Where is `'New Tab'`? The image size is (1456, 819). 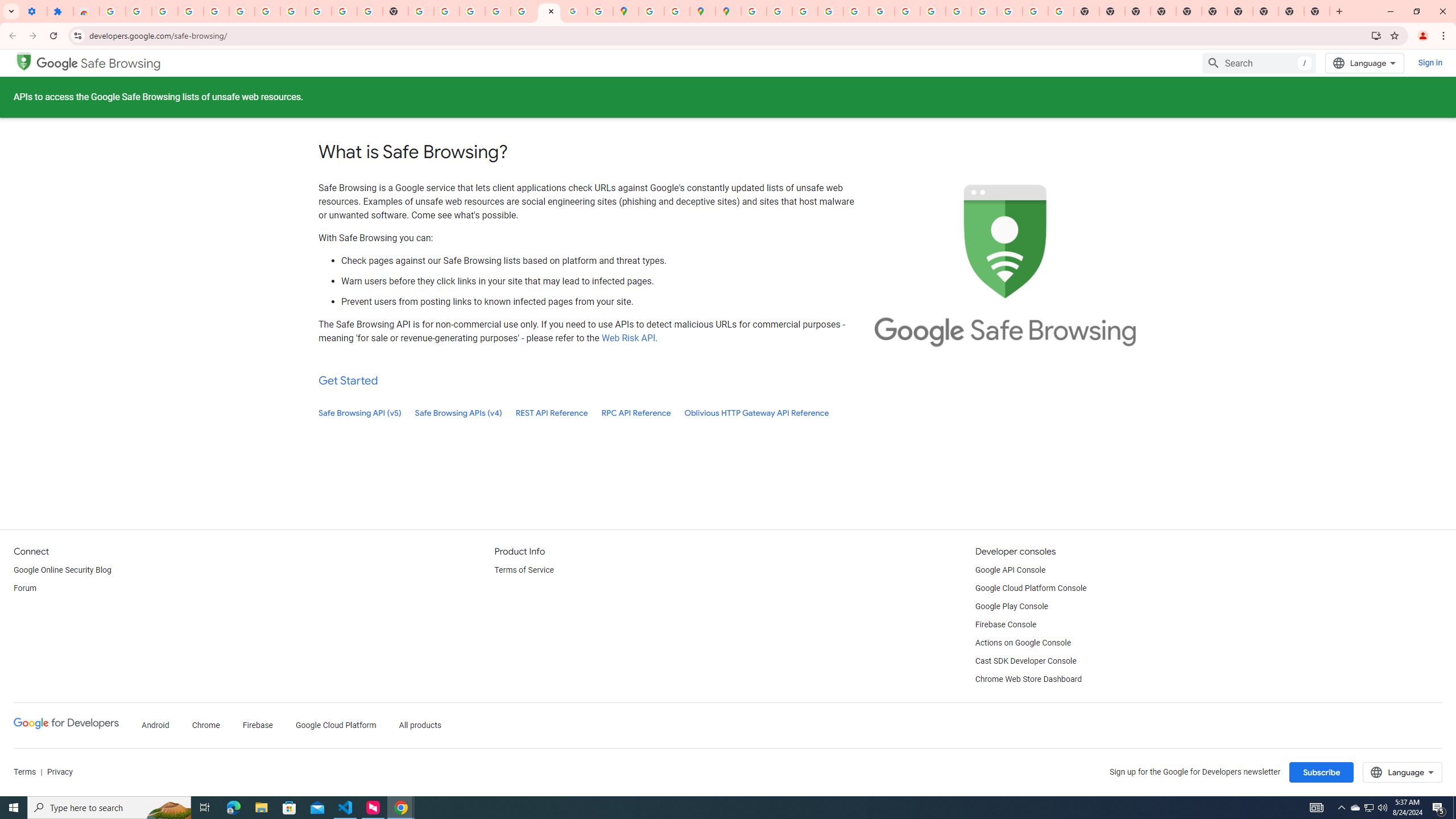
'New Tab' is located at coordinates (1317, 11).